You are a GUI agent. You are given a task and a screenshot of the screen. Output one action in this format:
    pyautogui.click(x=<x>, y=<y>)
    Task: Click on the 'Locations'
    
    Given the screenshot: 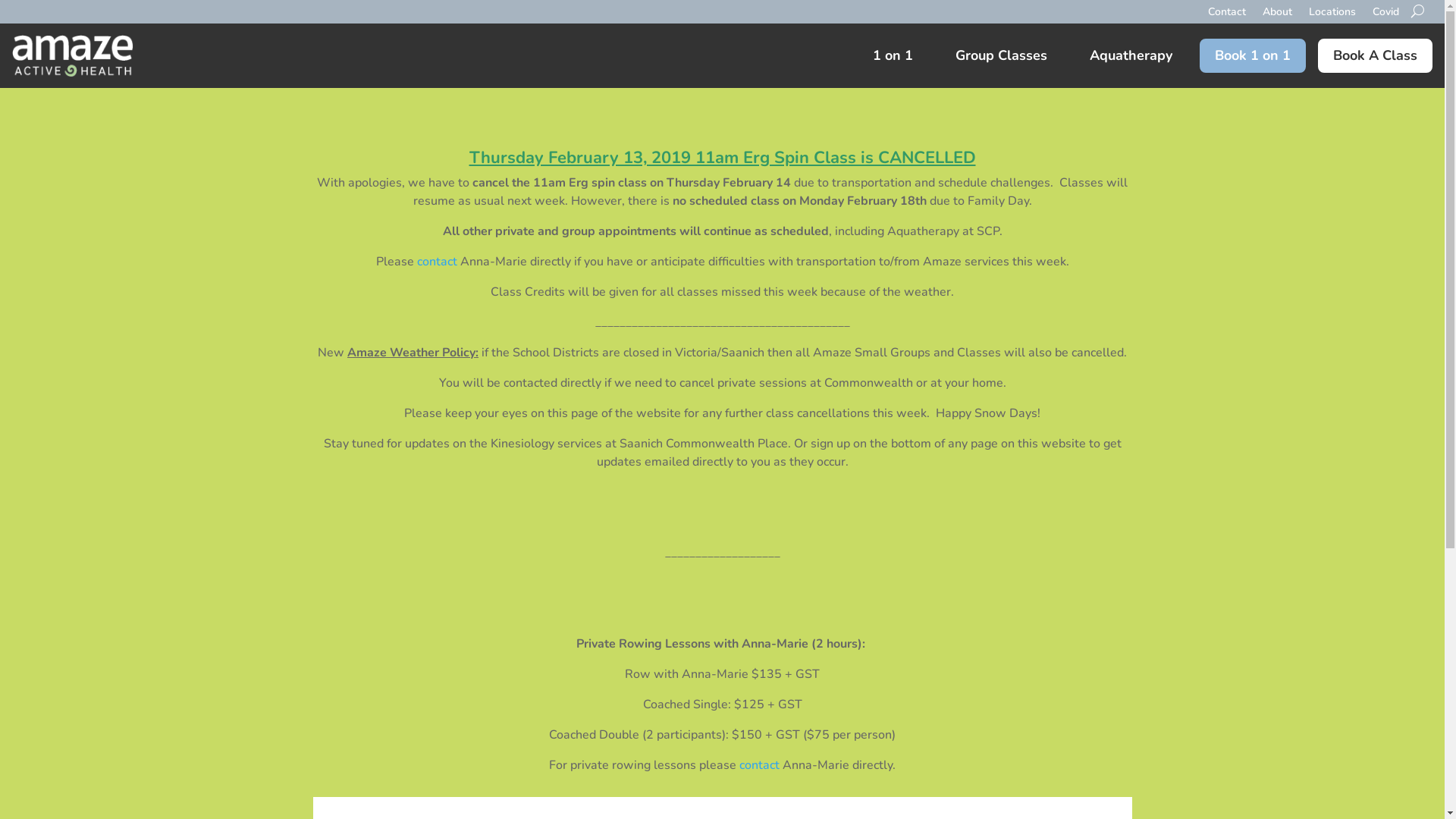 What is the action you would take?
    pyautogui.click(x=1331, y=23)
    